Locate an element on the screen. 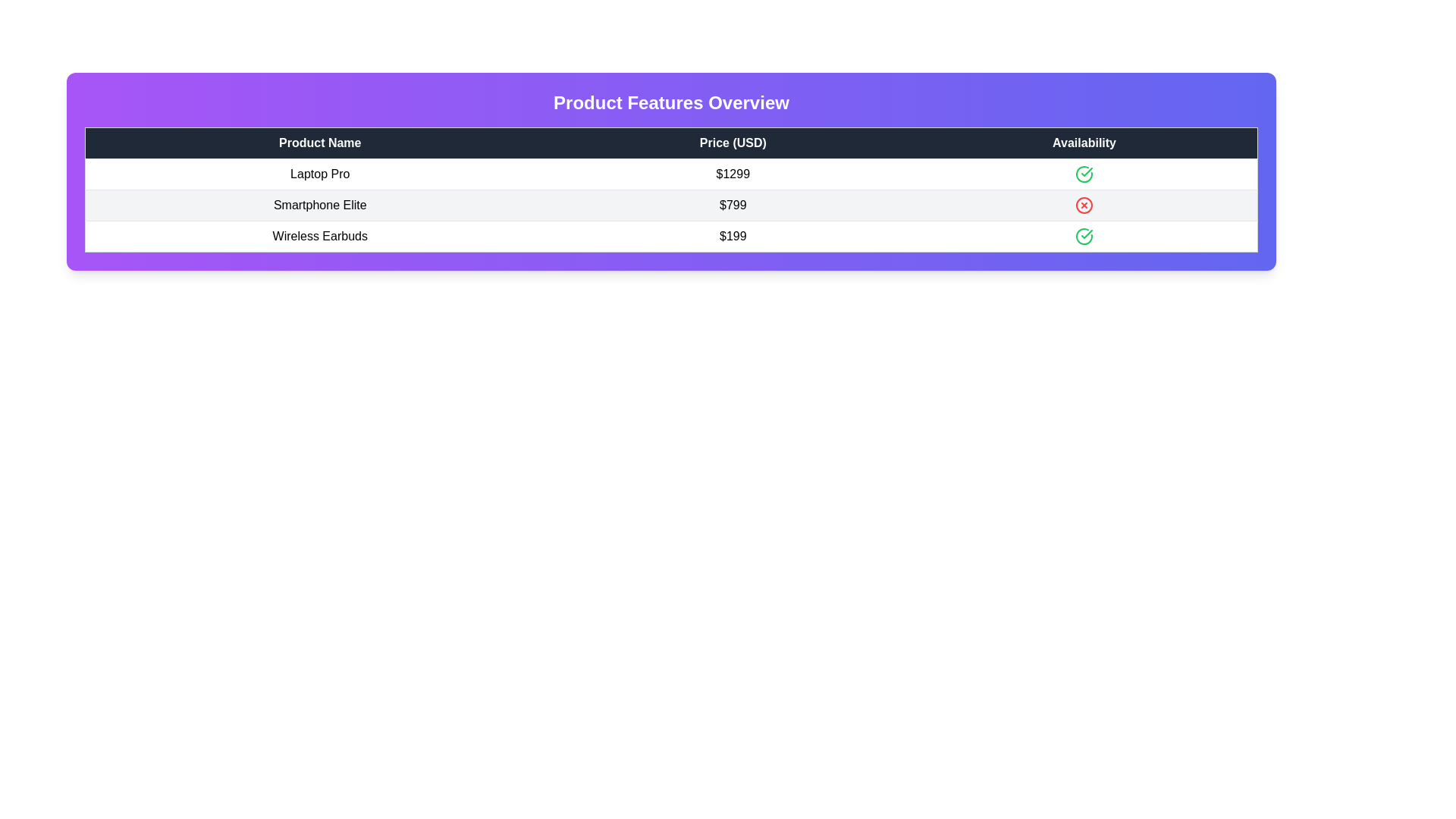  the Status indicator for the 'Smartphone Elite' product, which denotes its unavailability status and is located in the third column under the 'Availability' header is located at coordinates (1084, 205).